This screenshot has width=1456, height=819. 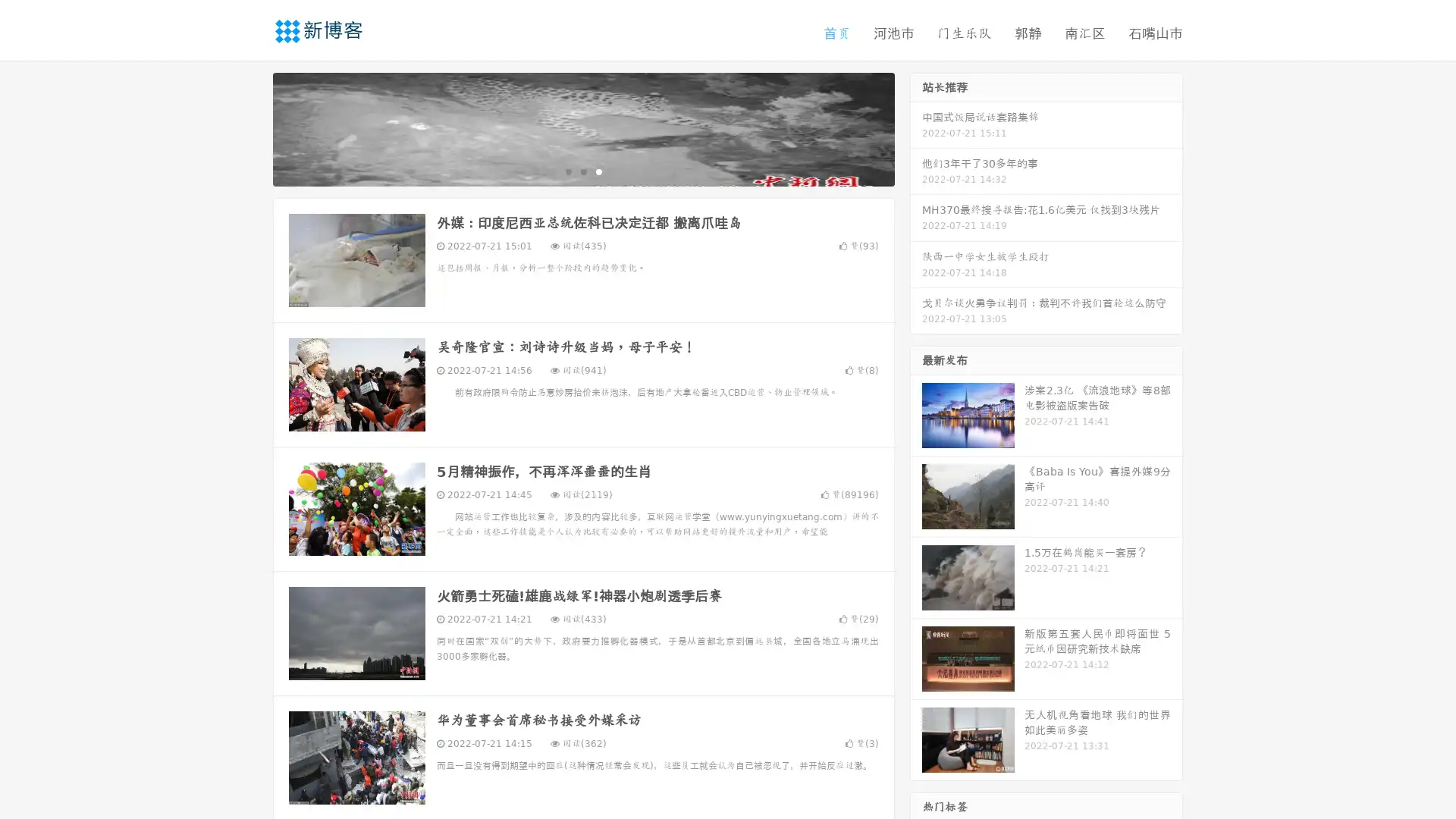 What do you see at coordinates (250, 127) in the screenshot?
I see `Previous slide` at bounding box center [250, 127].